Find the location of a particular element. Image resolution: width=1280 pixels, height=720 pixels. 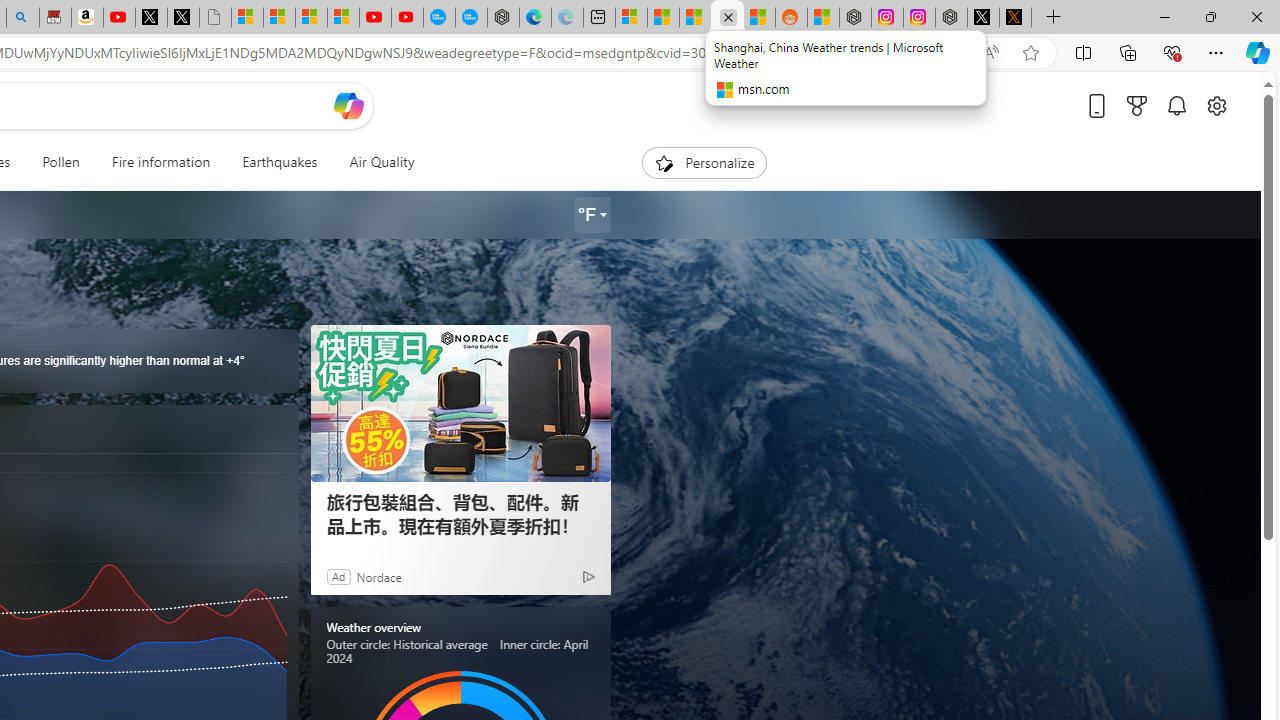

'Earthquakes' is located at coordinates (278, 162).